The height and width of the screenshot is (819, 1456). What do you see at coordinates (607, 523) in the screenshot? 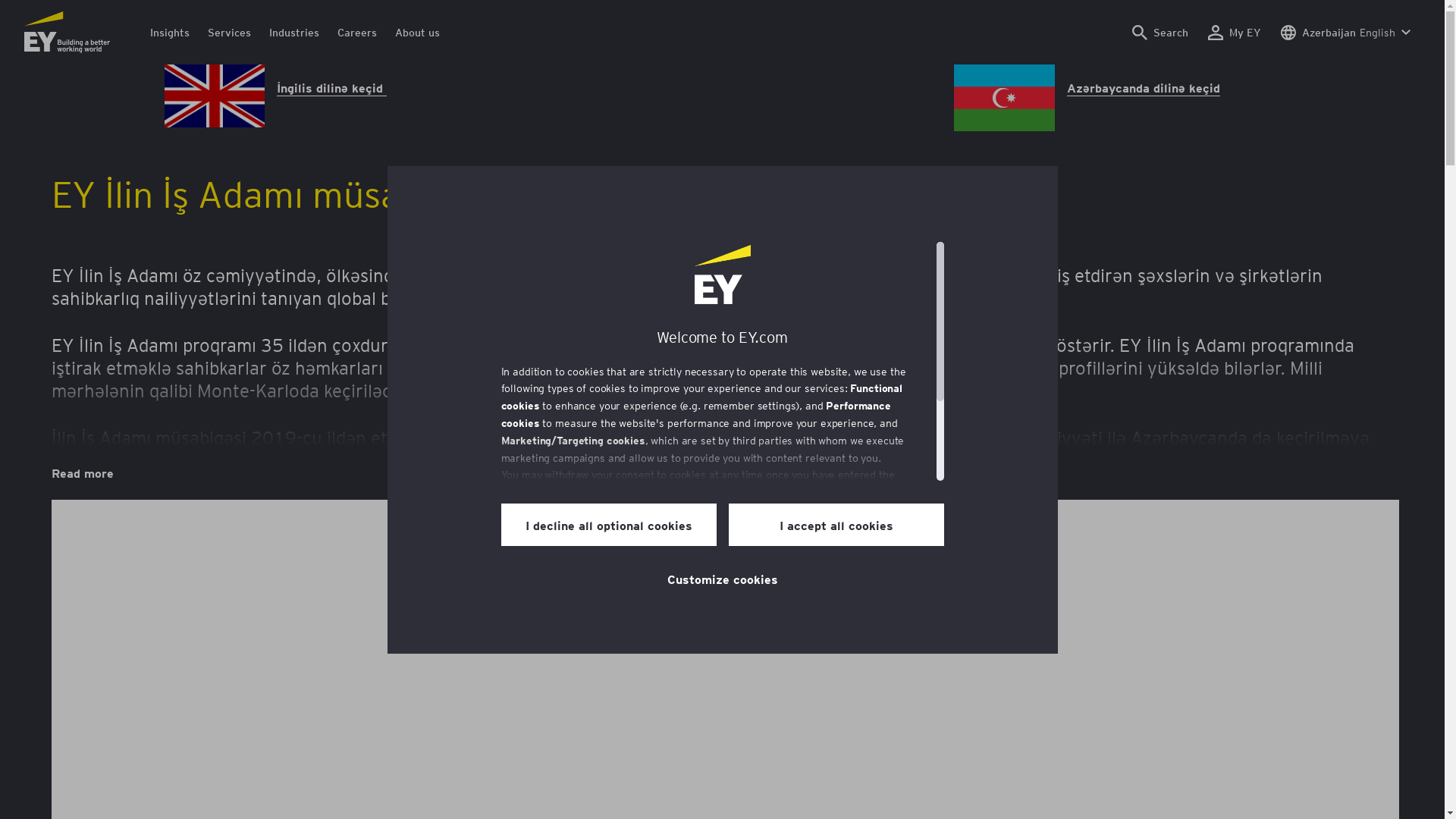
I see `'I decline all optional cookies'` at bounding box center [607, 523].